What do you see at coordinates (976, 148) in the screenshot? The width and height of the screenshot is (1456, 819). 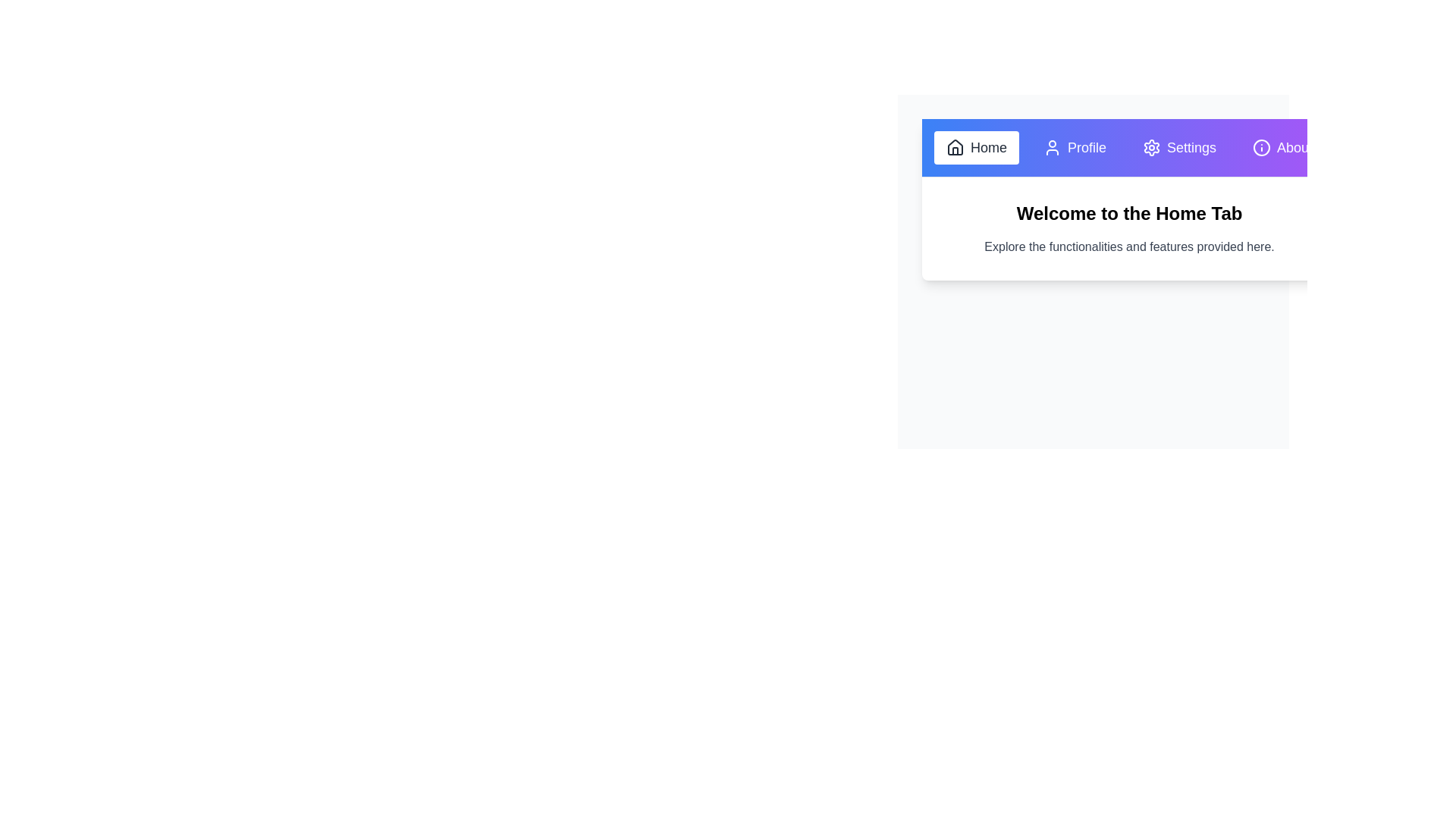 I see `the white button with a black house icon labeled 'Home' on the leftmost side of the navigation bar` at bounding box center [976, 148].